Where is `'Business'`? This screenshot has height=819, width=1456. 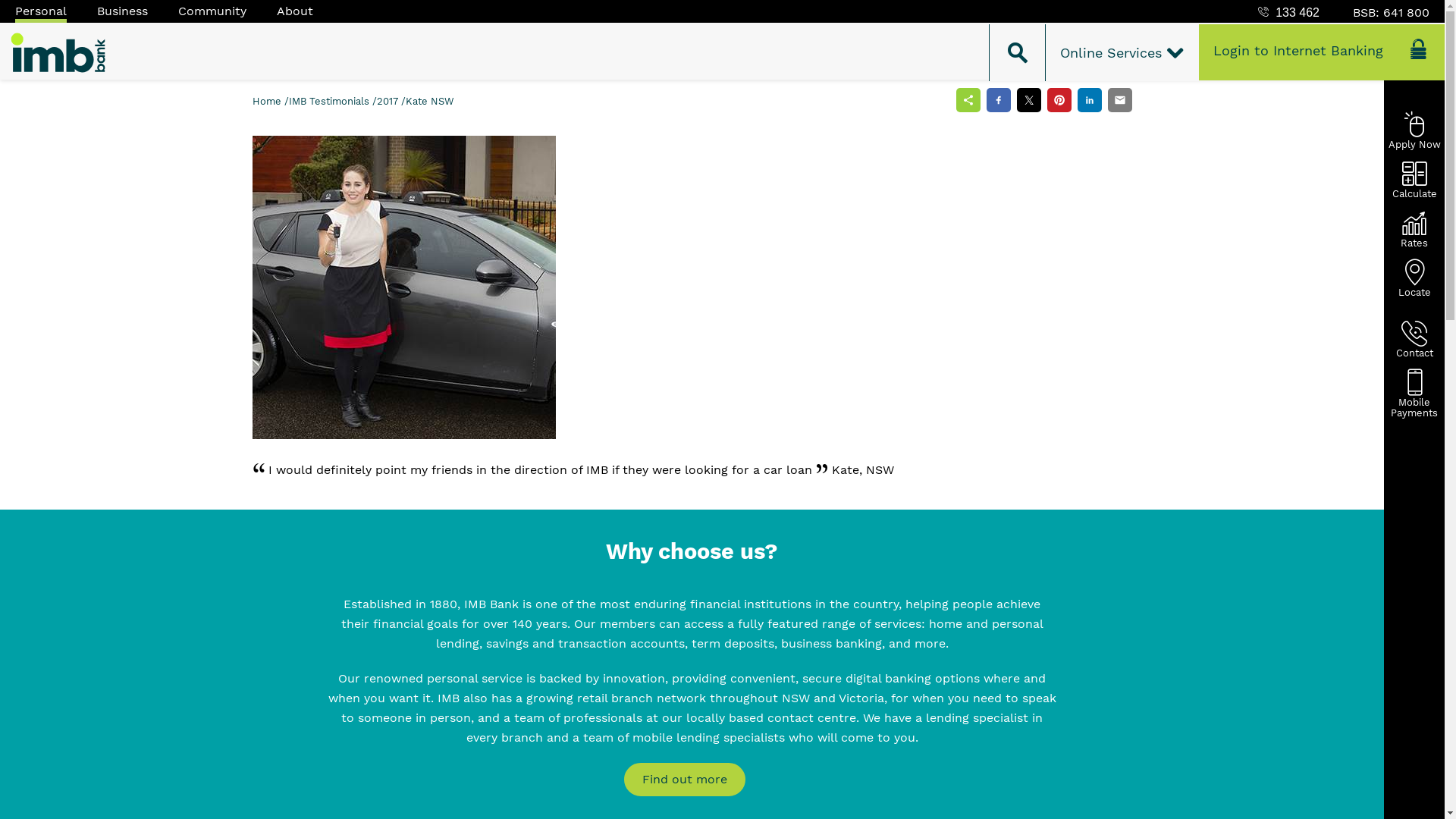 'Business' is located at coordinates (96, 11).